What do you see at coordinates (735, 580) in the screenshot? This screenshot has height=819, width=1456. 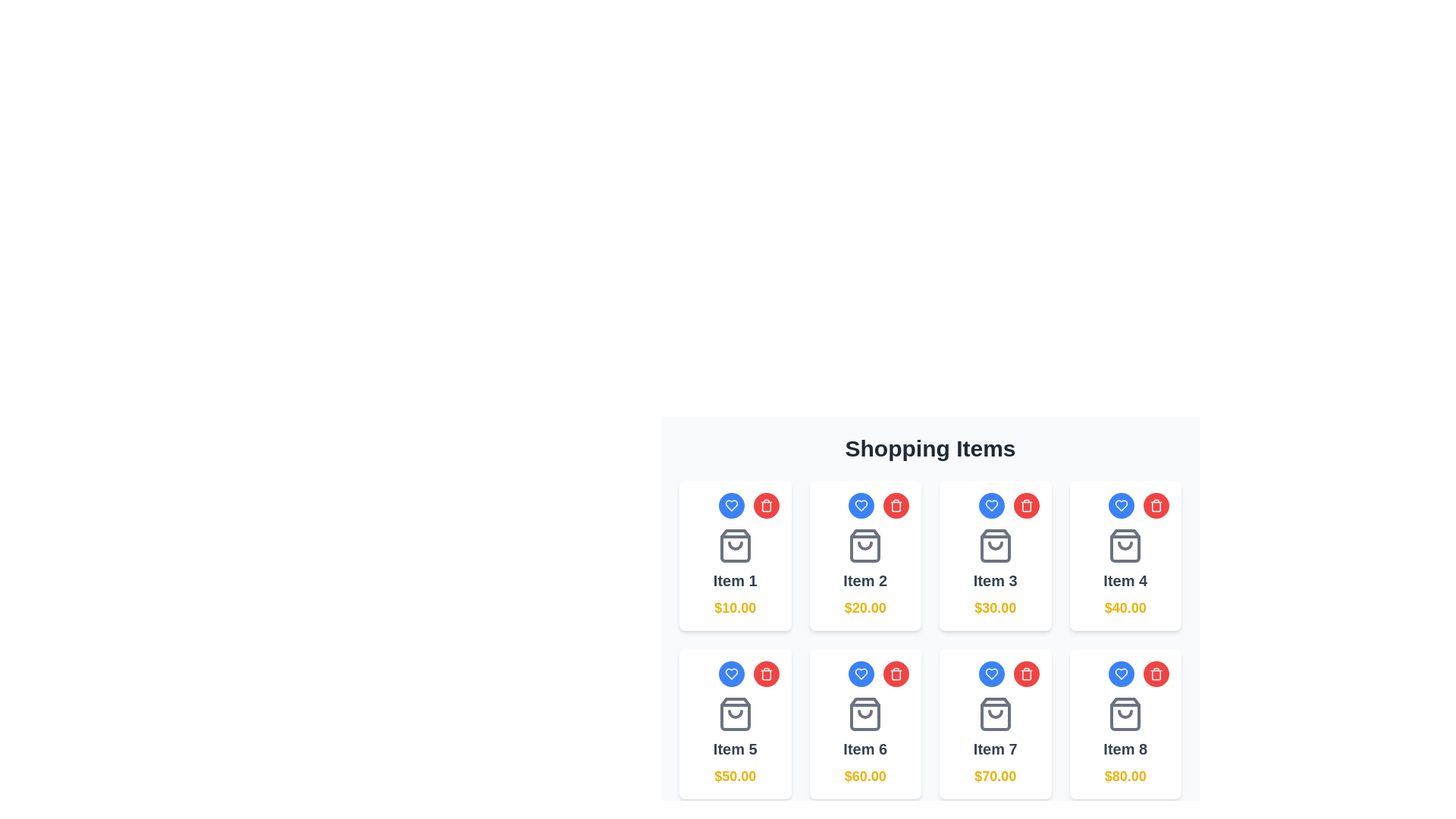 I see `the text label that serves as the title for the shopping item, located below the shopping bag icon and above the price label` at bounding box center [735, 580].